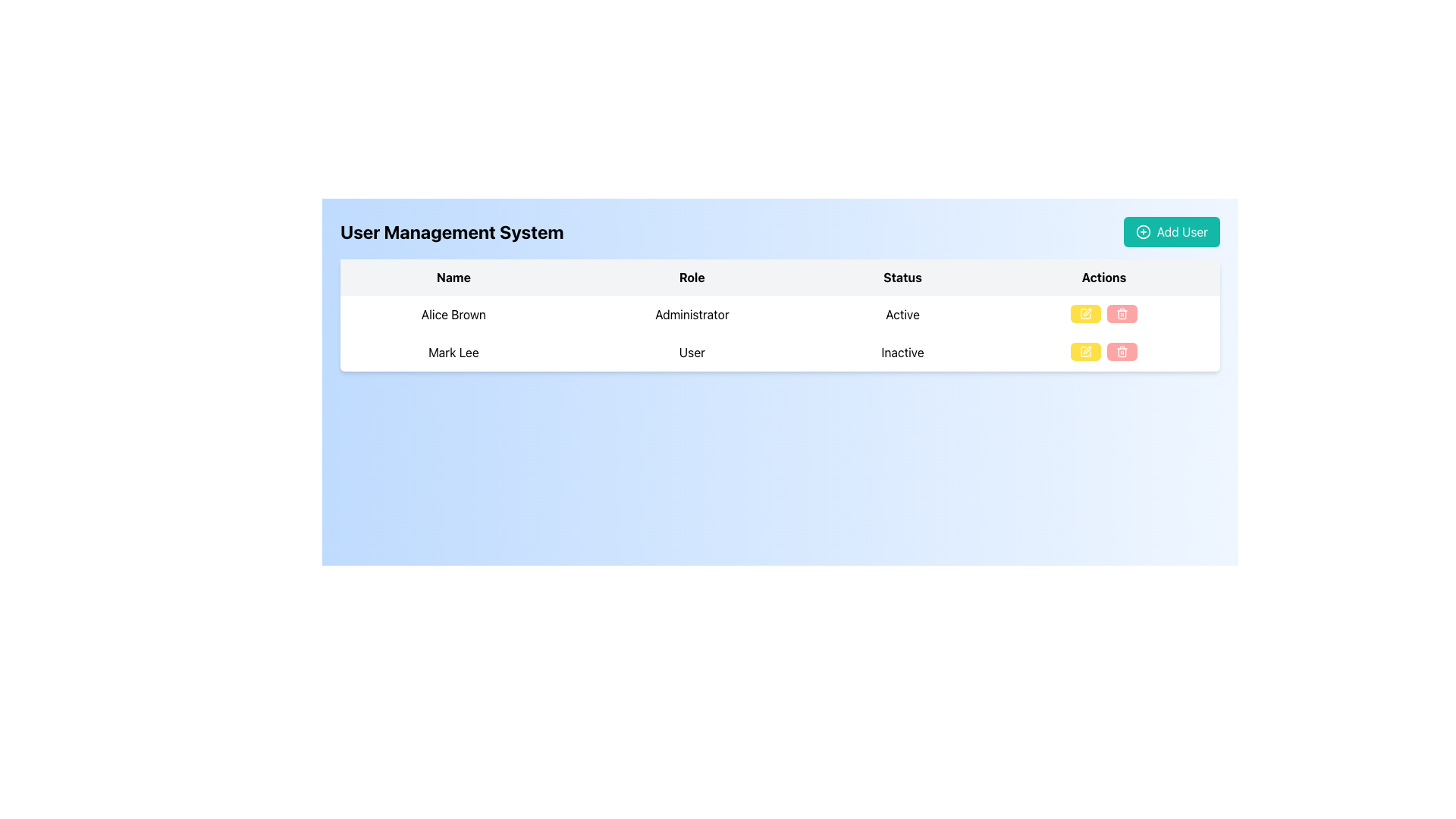 The width and height of the screenshot is (1456, 819). I want to click on the delete button located in the Actions column of the table to initiate the delete action for the user 'Mark Lee', so click(1122, 351).